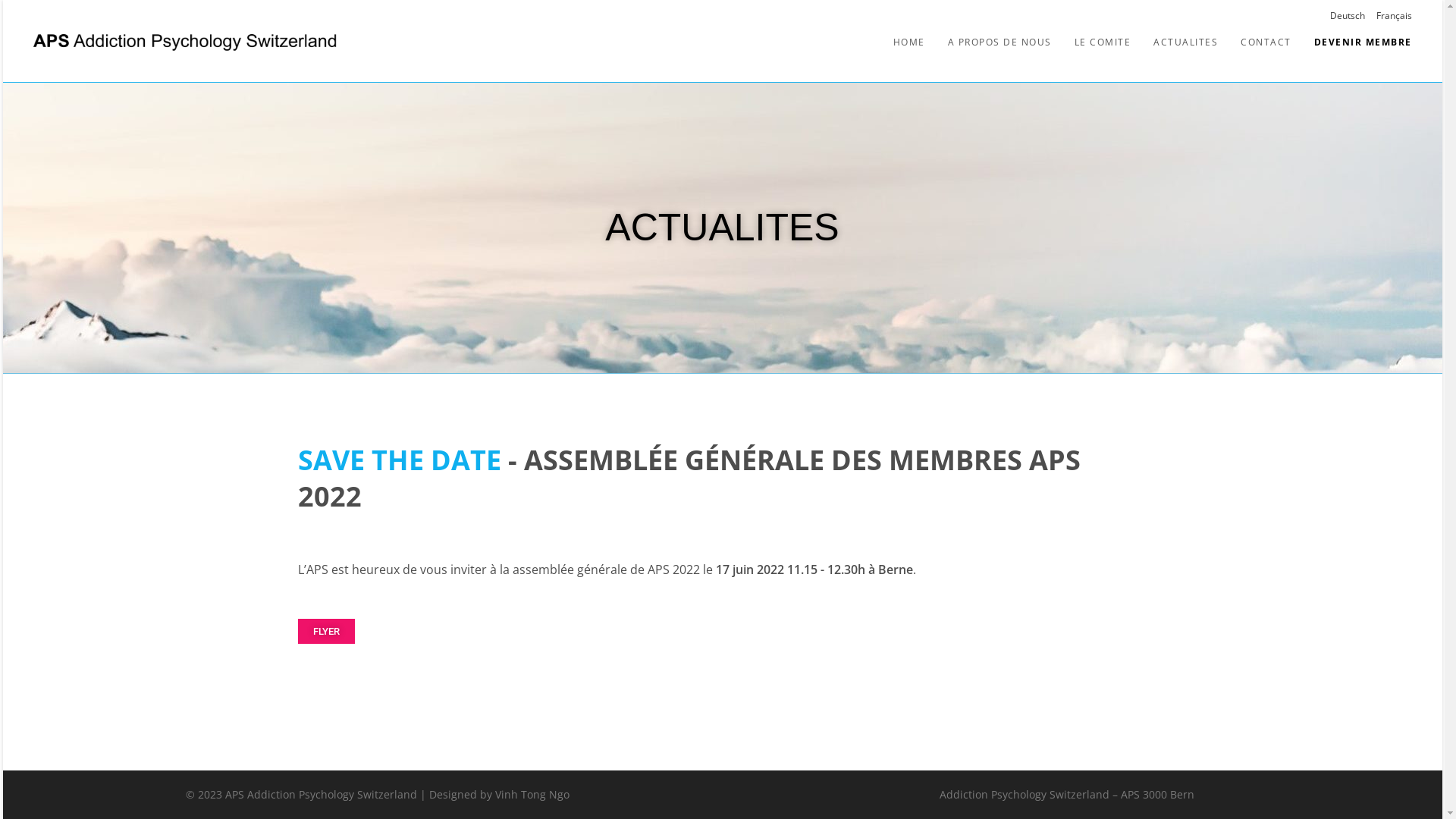 The height and width of the screenshot is (819, 1456). I want to click on 'A PROPOS DE NOUS', so click(999, 41).